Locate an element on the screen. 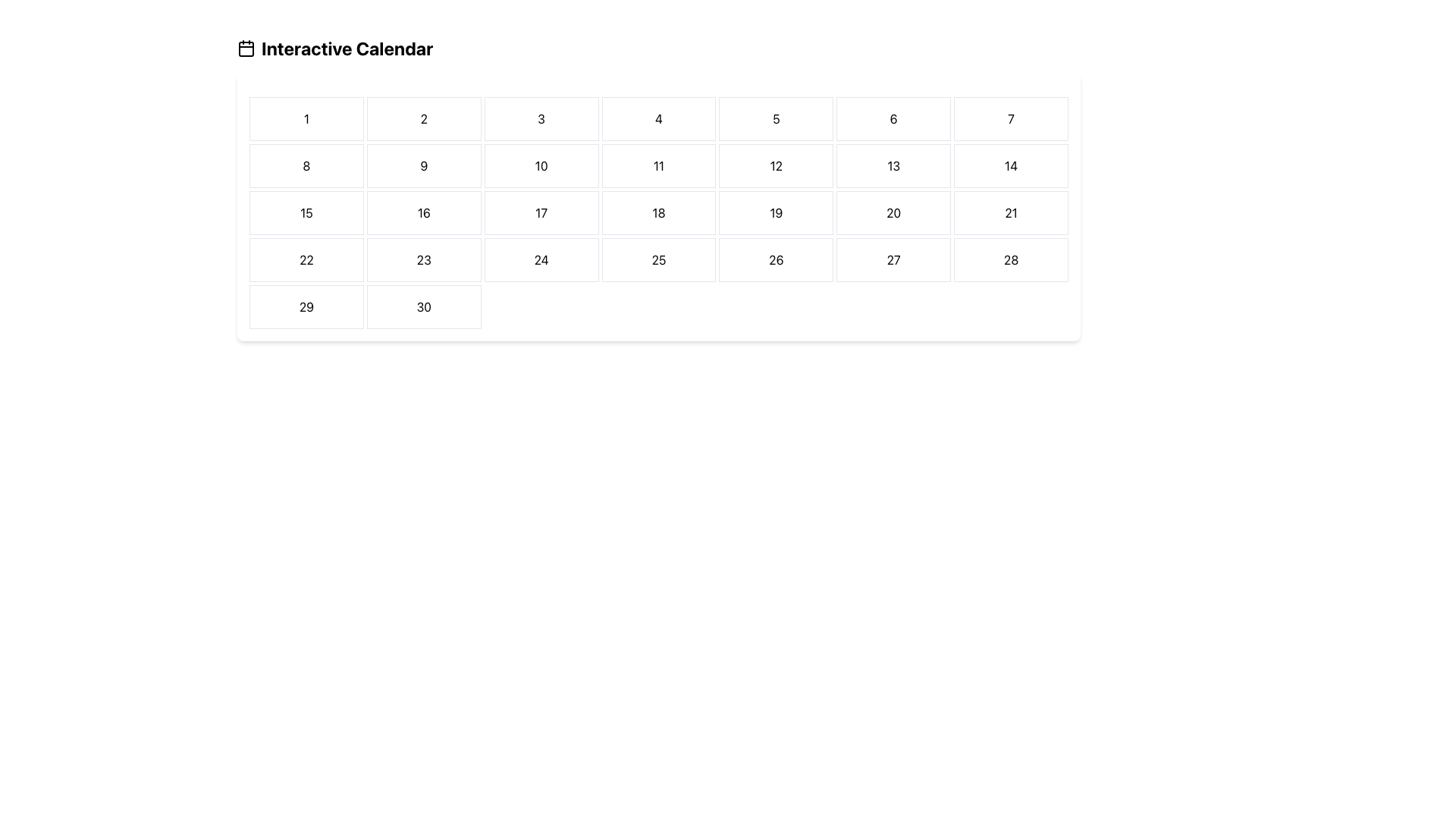  the button-like grid item displaying the number '11', located in the second row and fourth column of the grid layout is located at coordinates (658, 166).